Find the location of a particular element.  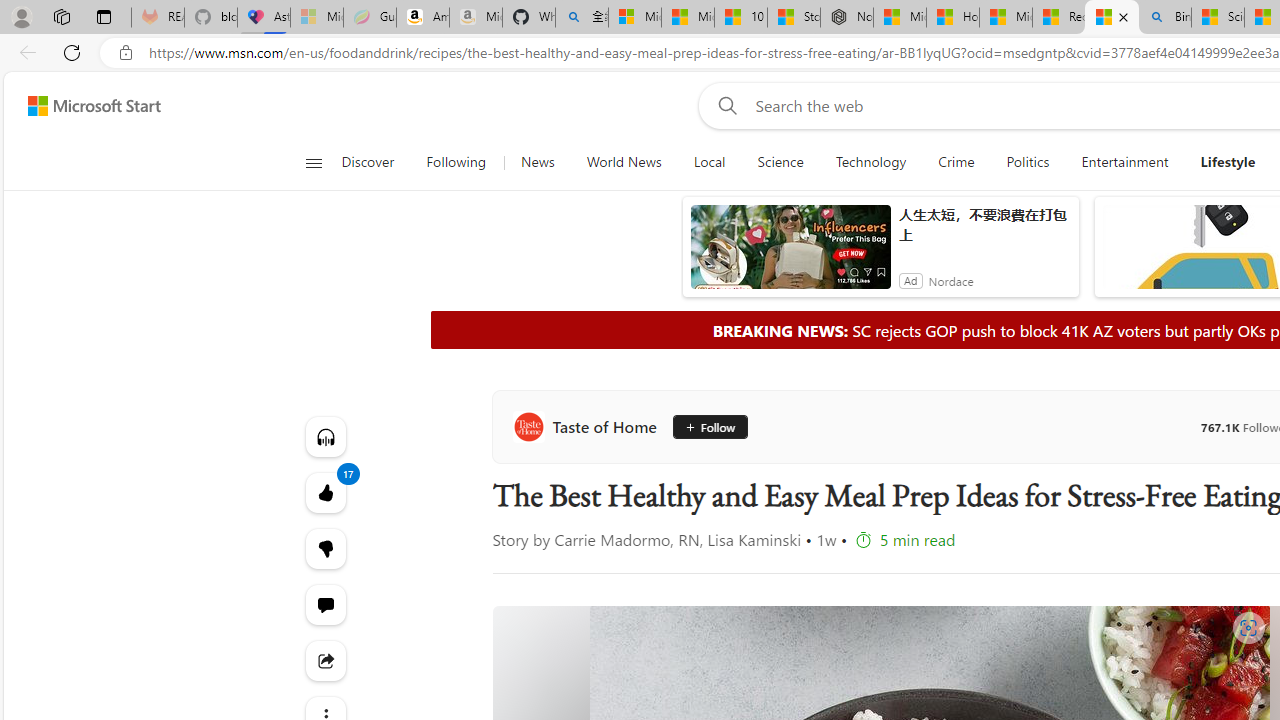

'Entertainment' is located at coordinates (1125, 162).